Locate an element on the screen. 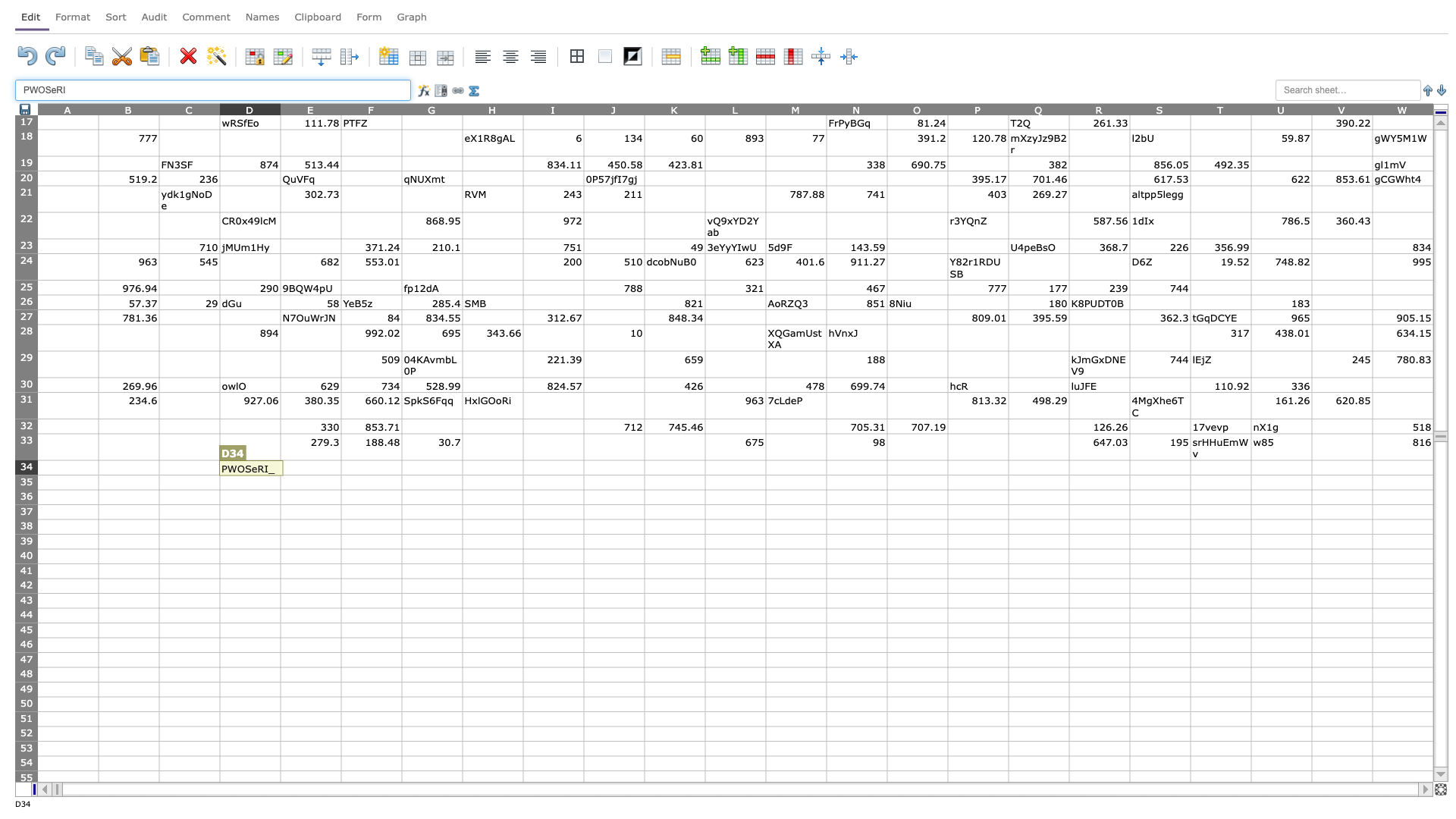 The image size is (1456, 819). Upper left of E50 is located at coordinates (280, 696).